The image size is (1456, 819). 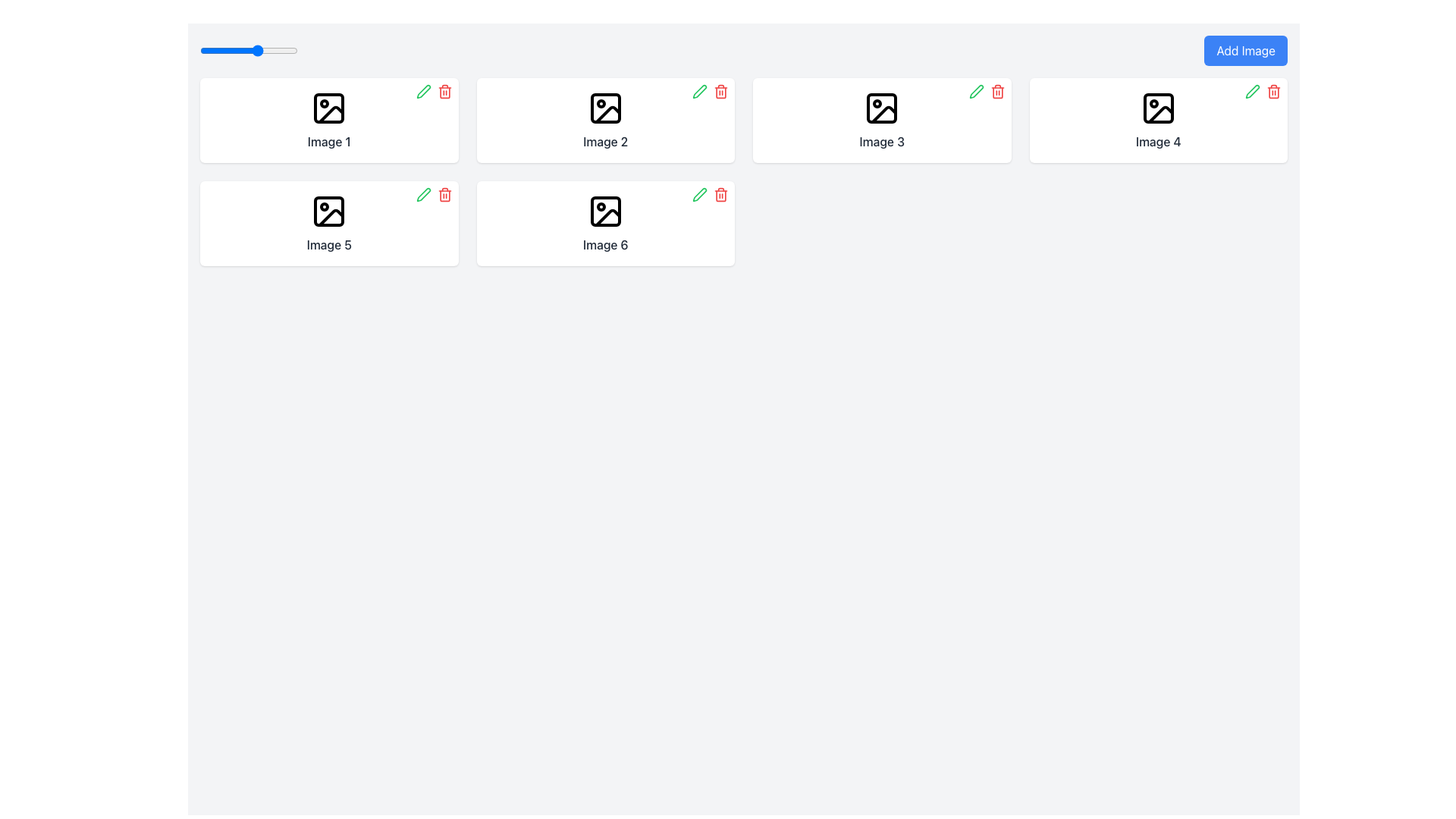 I want to click on the delete icon in the control panel located in the top-right corner of the card labeled 'Image 1', so click(x=433, y=91).